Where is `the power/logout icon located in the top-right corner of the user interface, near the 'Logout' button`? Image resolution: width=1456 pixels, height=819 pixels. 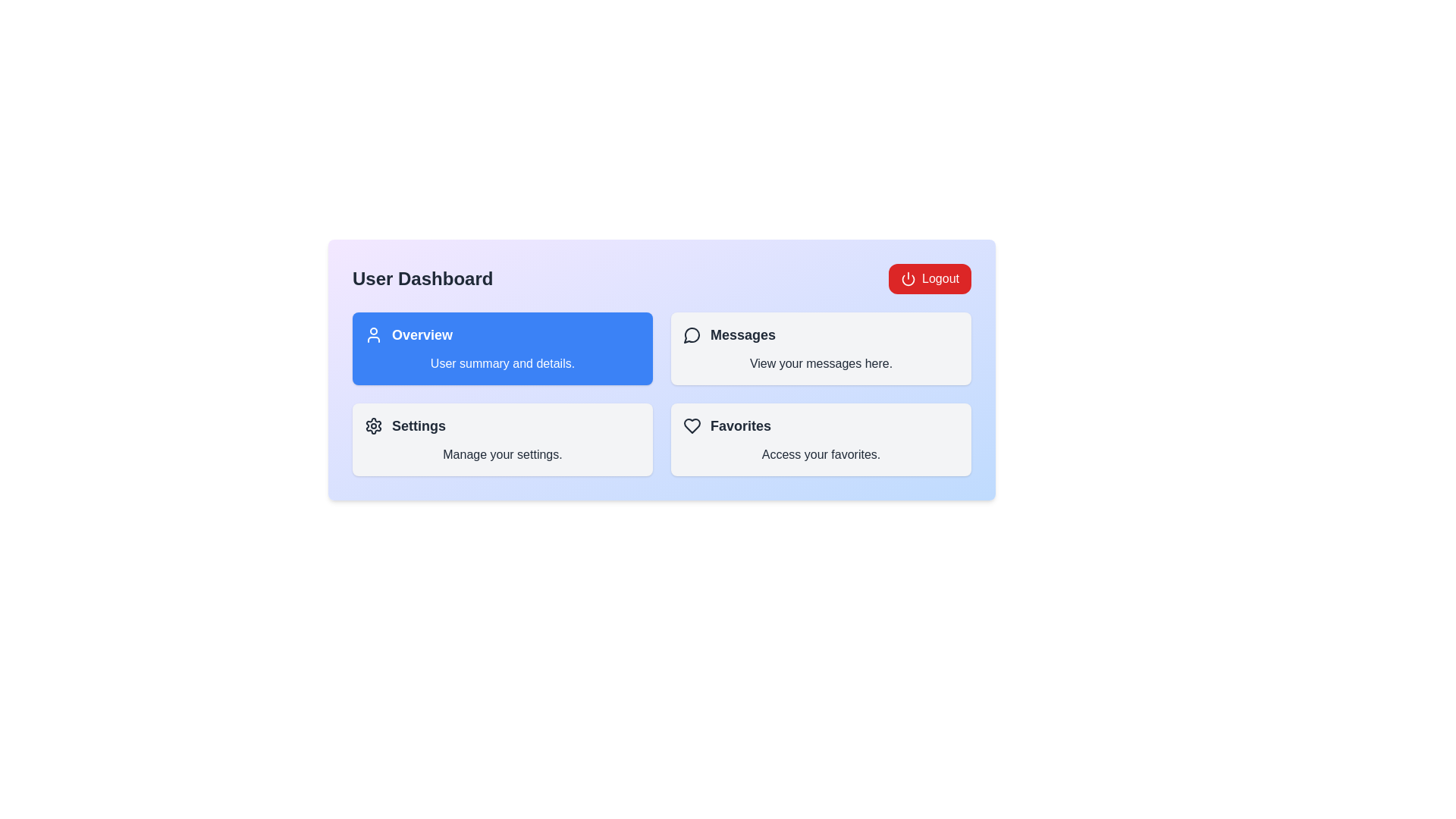 the power/logout icon located in the top-right corner of the user interface, near the 'Logout' button is located at coordinates (908, 280).